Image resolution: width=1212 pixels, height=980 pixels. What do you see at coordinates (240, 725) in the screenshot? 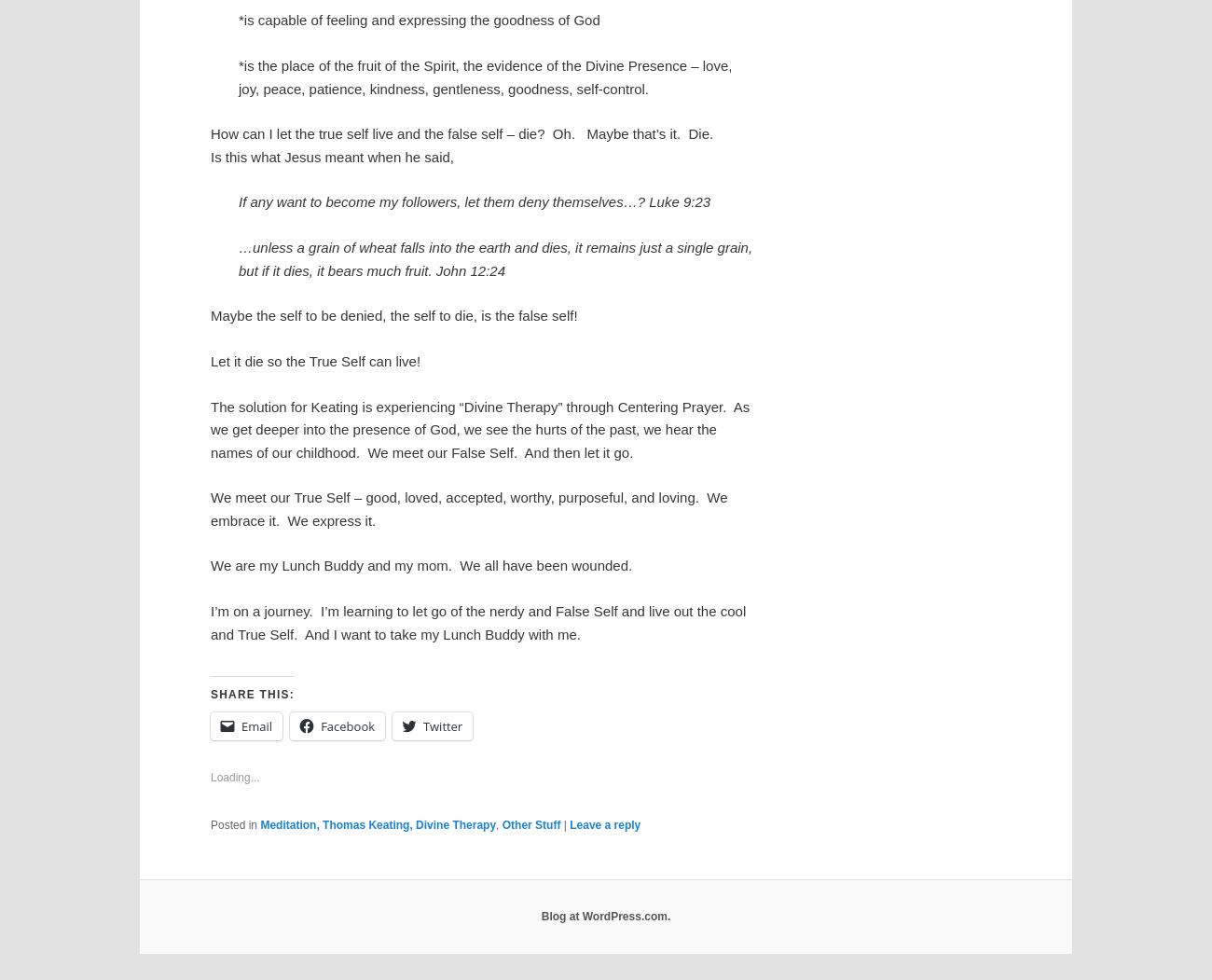
I see `'Email'` at bounding box center [240, 725].